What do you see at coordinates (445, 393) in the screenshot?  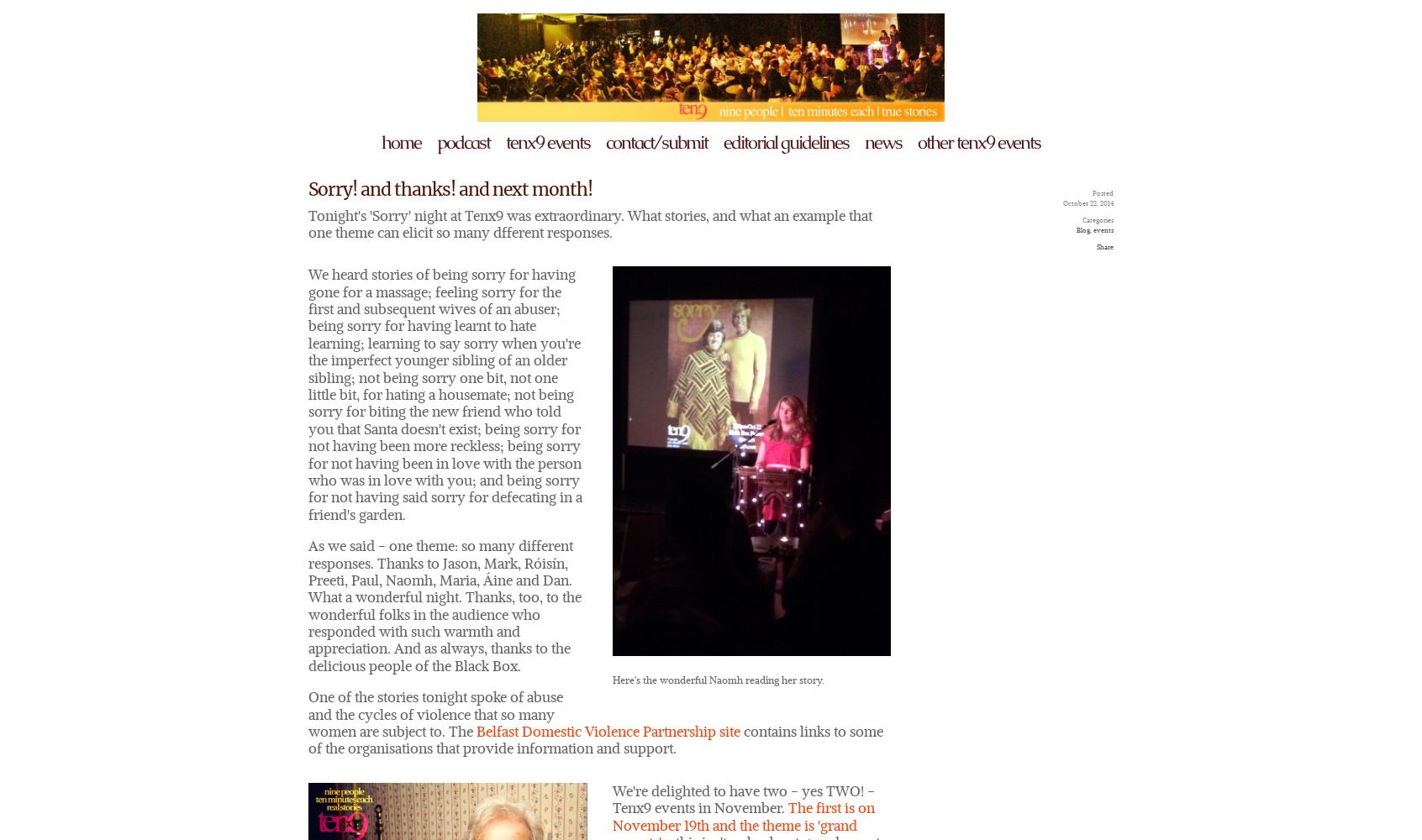 I see `'We heard stories of being sorry for having gone for a massage; feeling sorry for the first and subsequent wives of an abuser; being sorry for having learnt to hate learning; learning to say sorry when you're the imperfect younger sibling of an older sibling; not being sorry one bit, not one little bit, for hating a housemate; not being sorry for biting the new friend who told you that Santa doesn't exist; being sorry for not having been more reckless; being sorry for not having been in love with the person who was in love with you; and being sorry for not having said sorry for defecating in a friend's garden.'` at bounding box center [445, 393].